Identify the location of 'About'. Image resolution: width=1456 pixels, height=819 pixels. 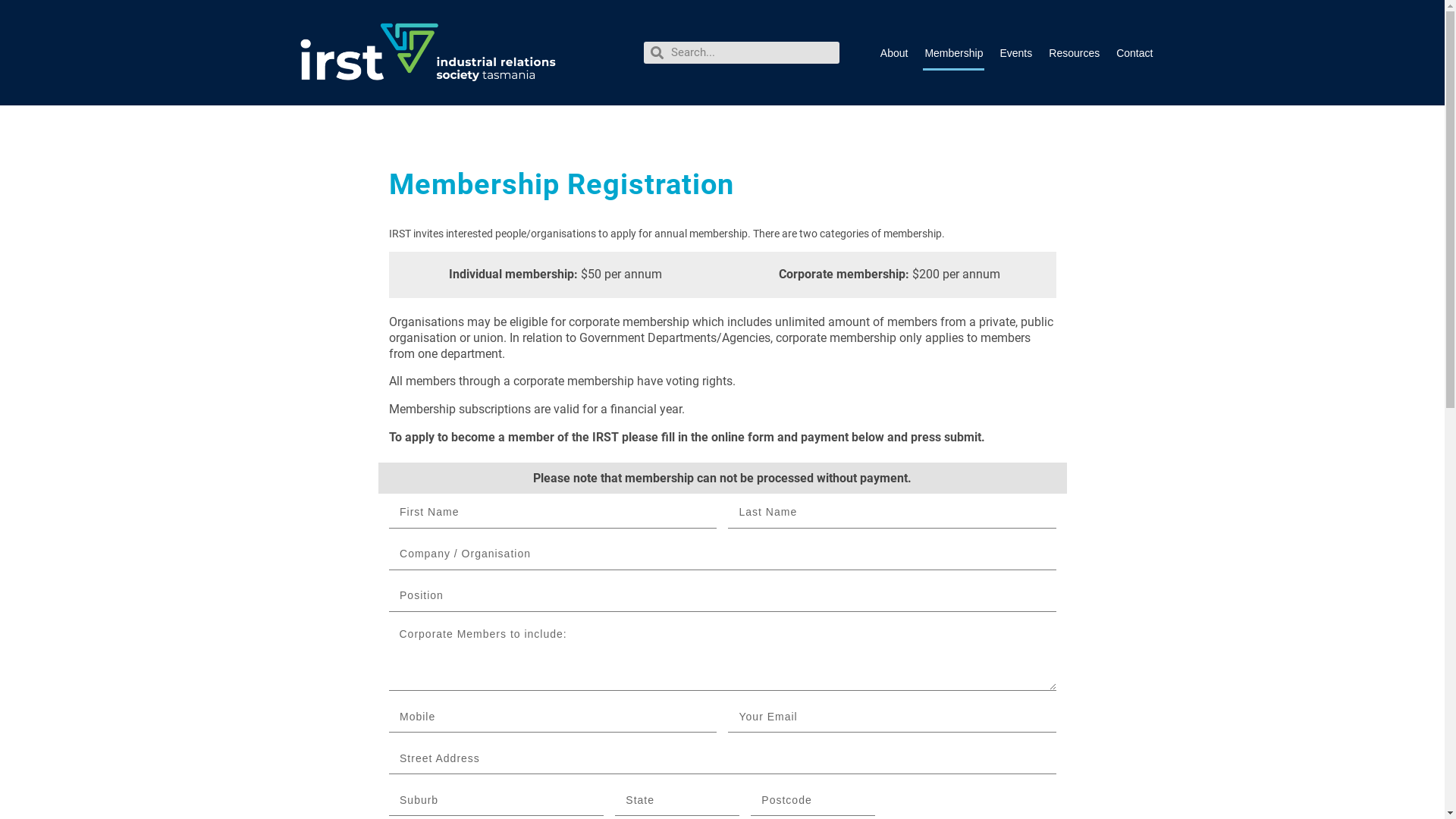
(878, 52).